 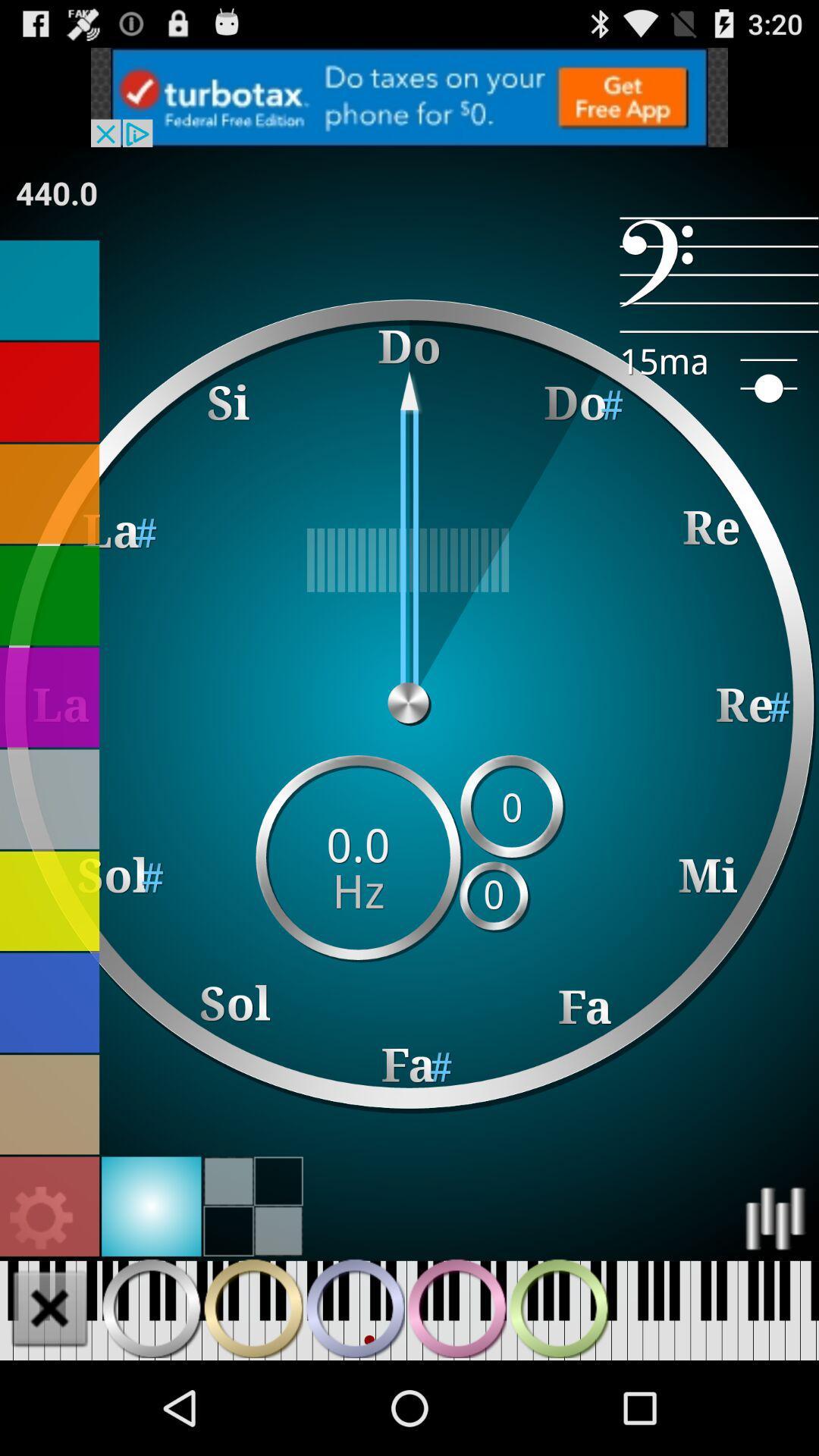 I want to click on item below the c a r app, so click(x=718, y=275).